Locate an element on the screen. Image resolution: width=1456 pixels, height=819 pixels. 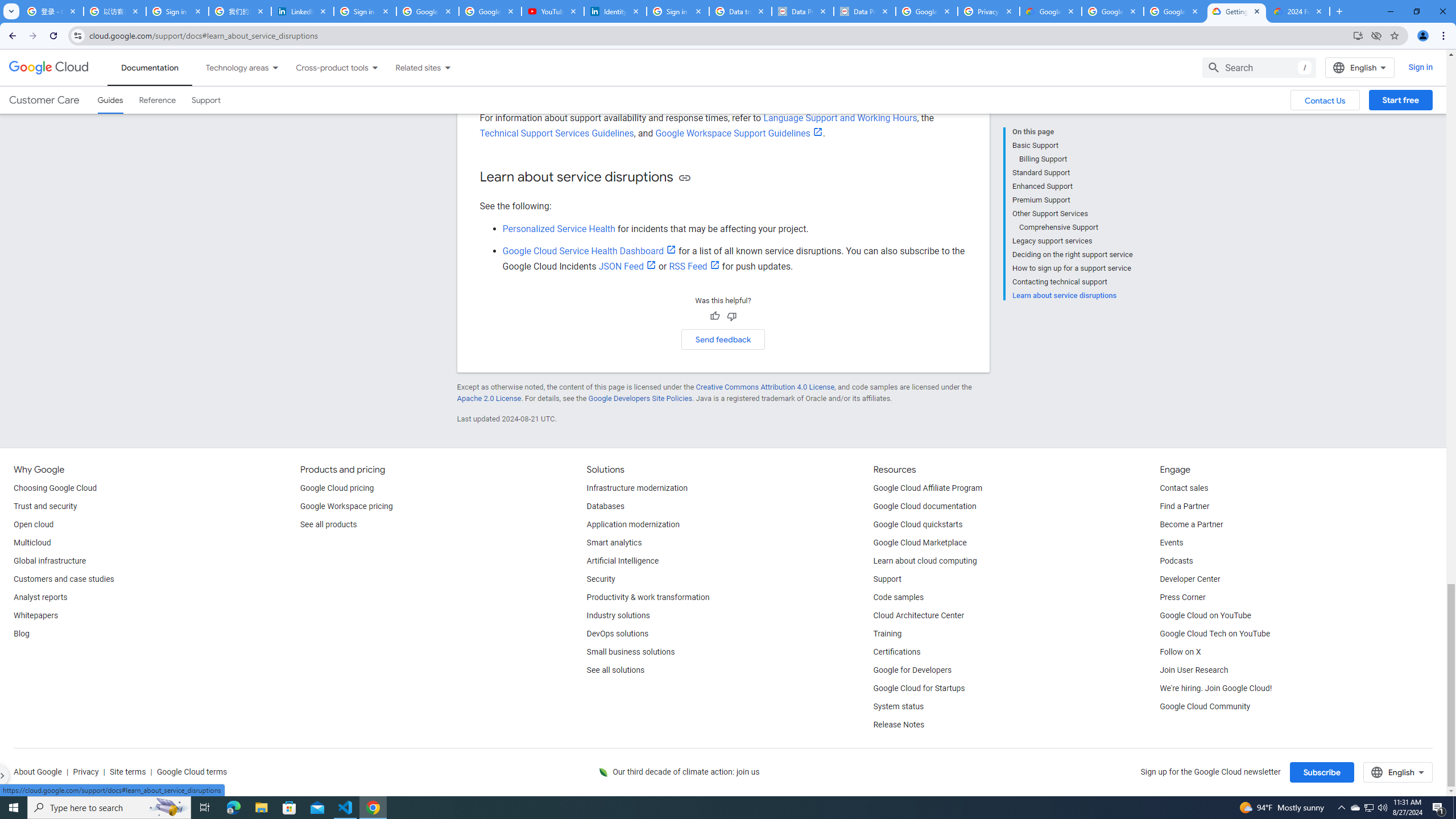
'Copy link to this section: Learn about service disruptions' is located at coordinates (684, 177).